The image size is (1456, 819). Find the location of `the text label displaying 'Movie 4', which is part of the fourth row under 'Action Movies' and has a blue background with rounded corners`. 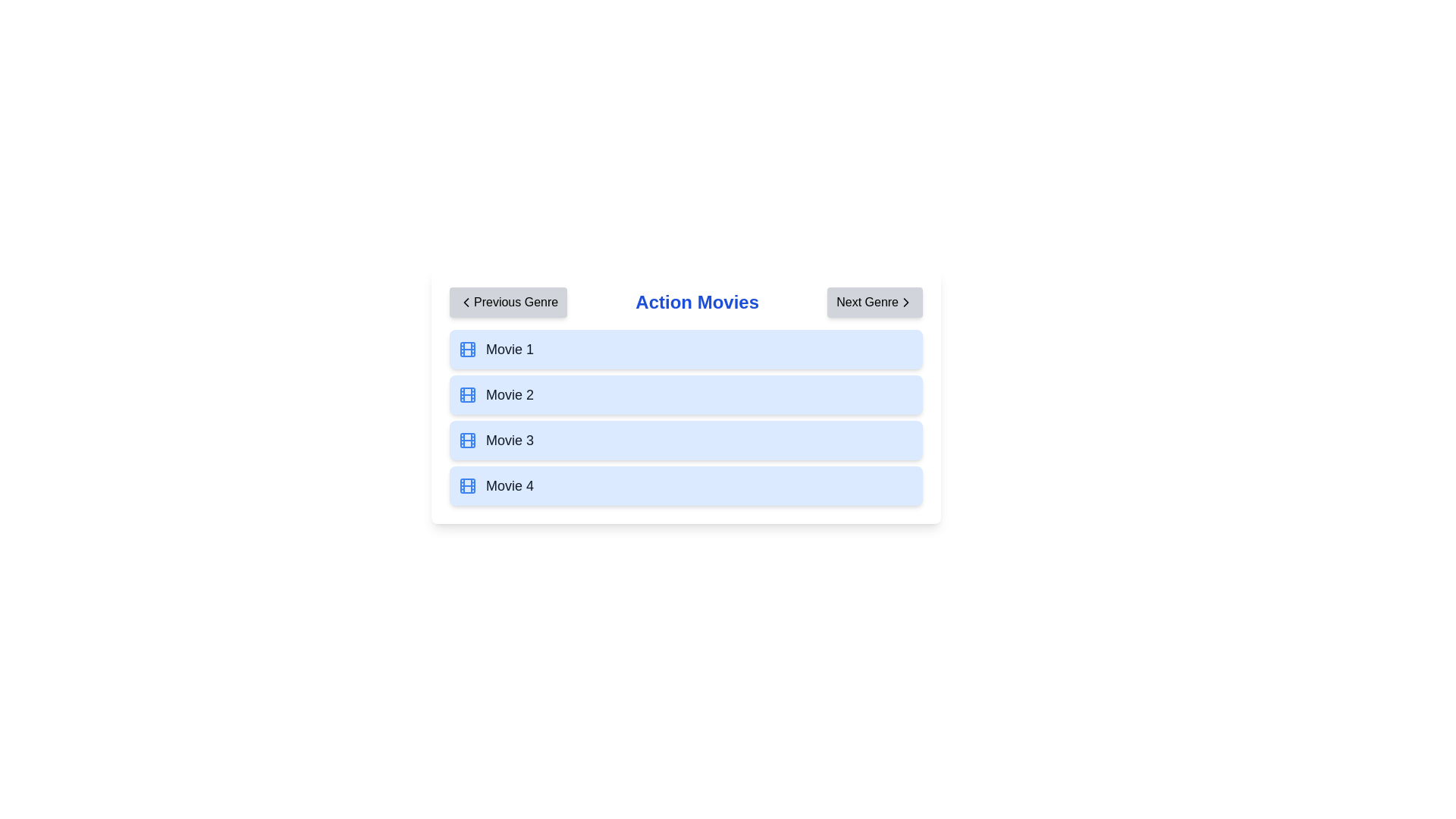

the text label displaying 'Movie 4', which is part of the fourth row under 'Action Movies' and has a blue background with rounded corners is located at coordinates (510, 485).